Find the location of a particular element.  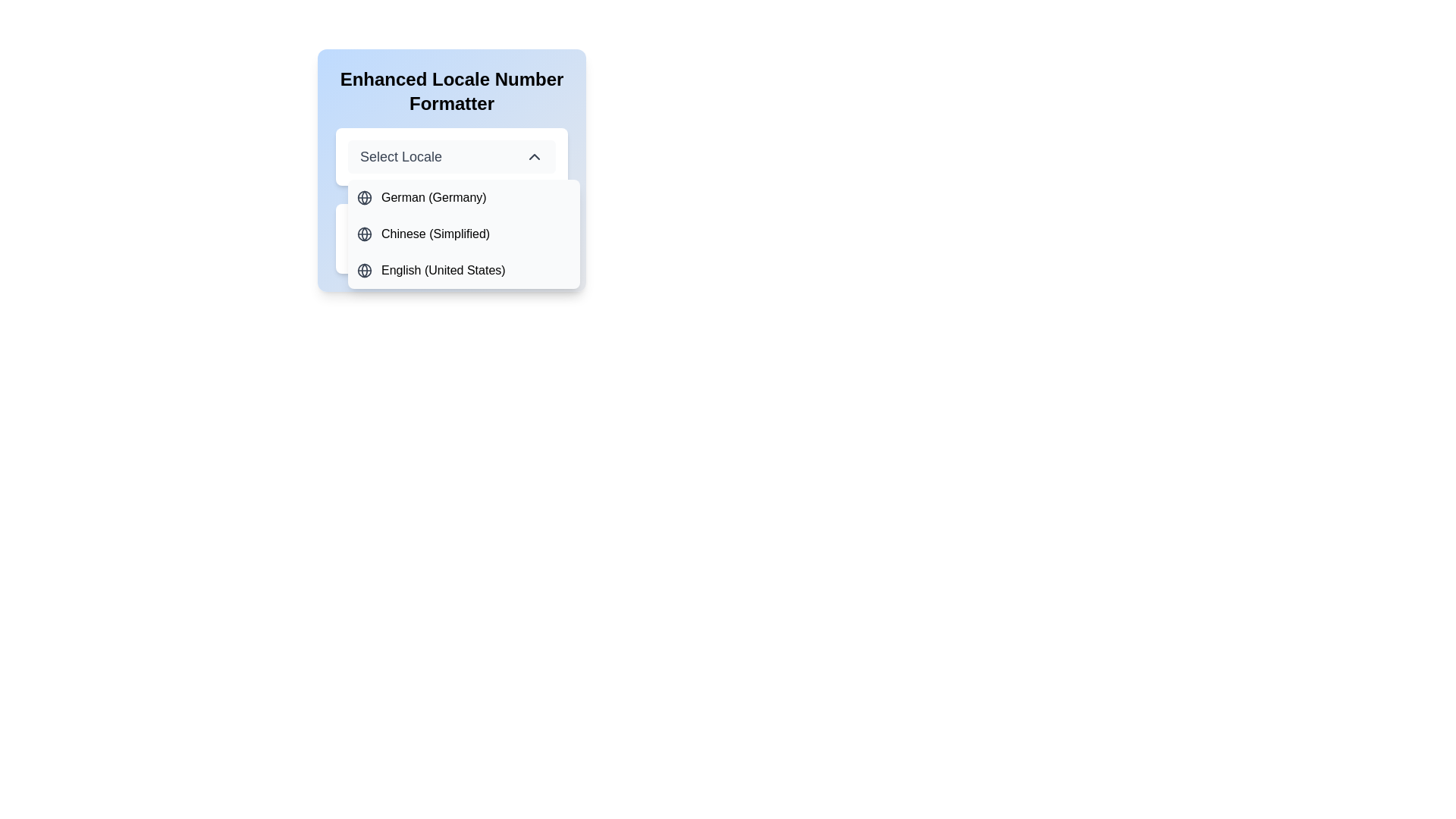

the static text label that displays 'Value in the Selected Locale:' which is styled with a medium font weight and is positioned above a numeric value within a white box is located at coordinates (450, 225).